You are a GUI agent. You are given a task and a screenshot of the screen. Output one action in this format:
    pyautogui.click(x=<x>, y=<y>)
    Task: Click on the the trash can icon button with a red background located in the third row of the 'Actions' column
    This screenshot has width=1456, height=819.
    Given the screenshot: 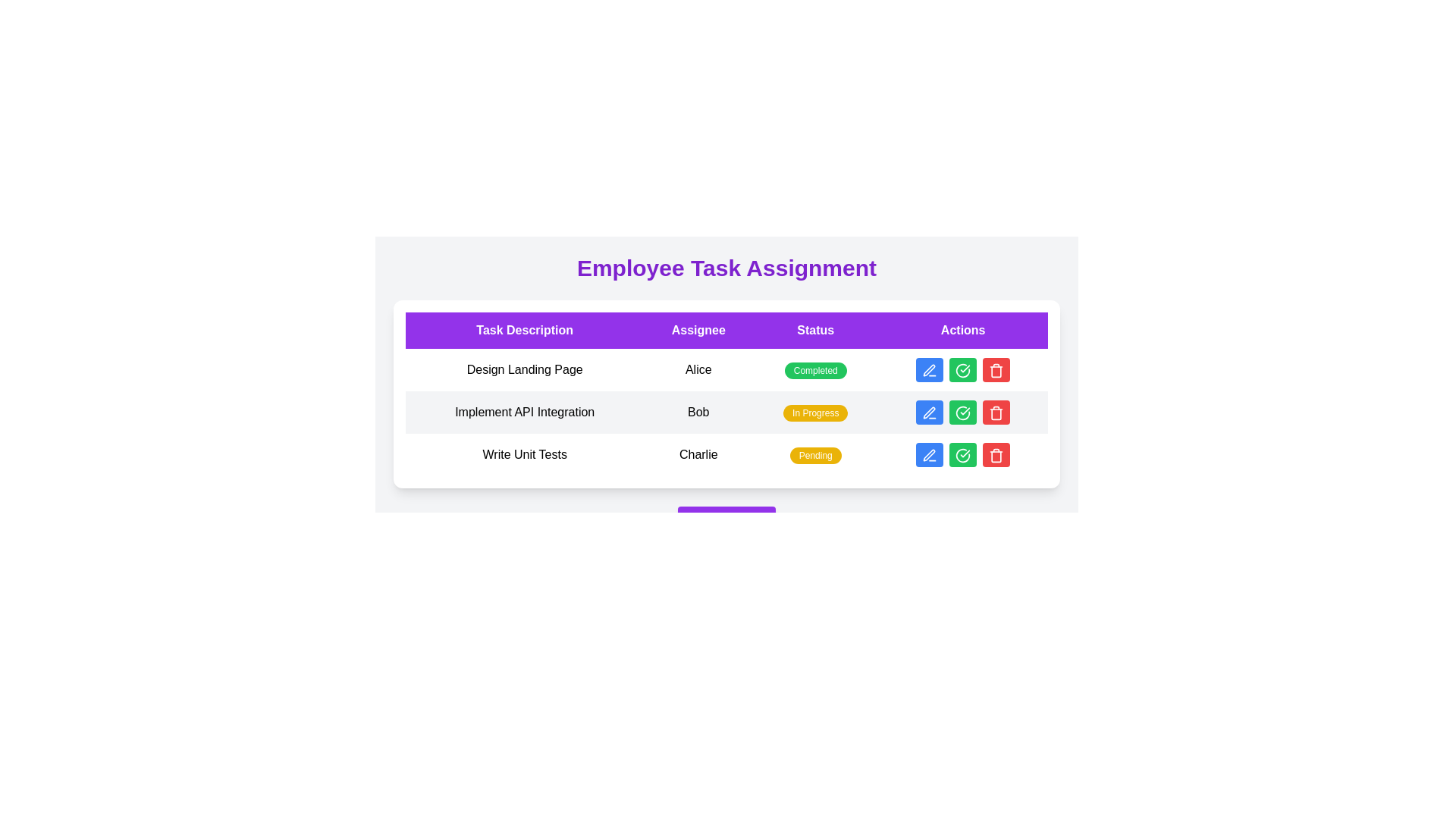 What is the action you would take?
    pyautogui.click(x=996, y=370)
    